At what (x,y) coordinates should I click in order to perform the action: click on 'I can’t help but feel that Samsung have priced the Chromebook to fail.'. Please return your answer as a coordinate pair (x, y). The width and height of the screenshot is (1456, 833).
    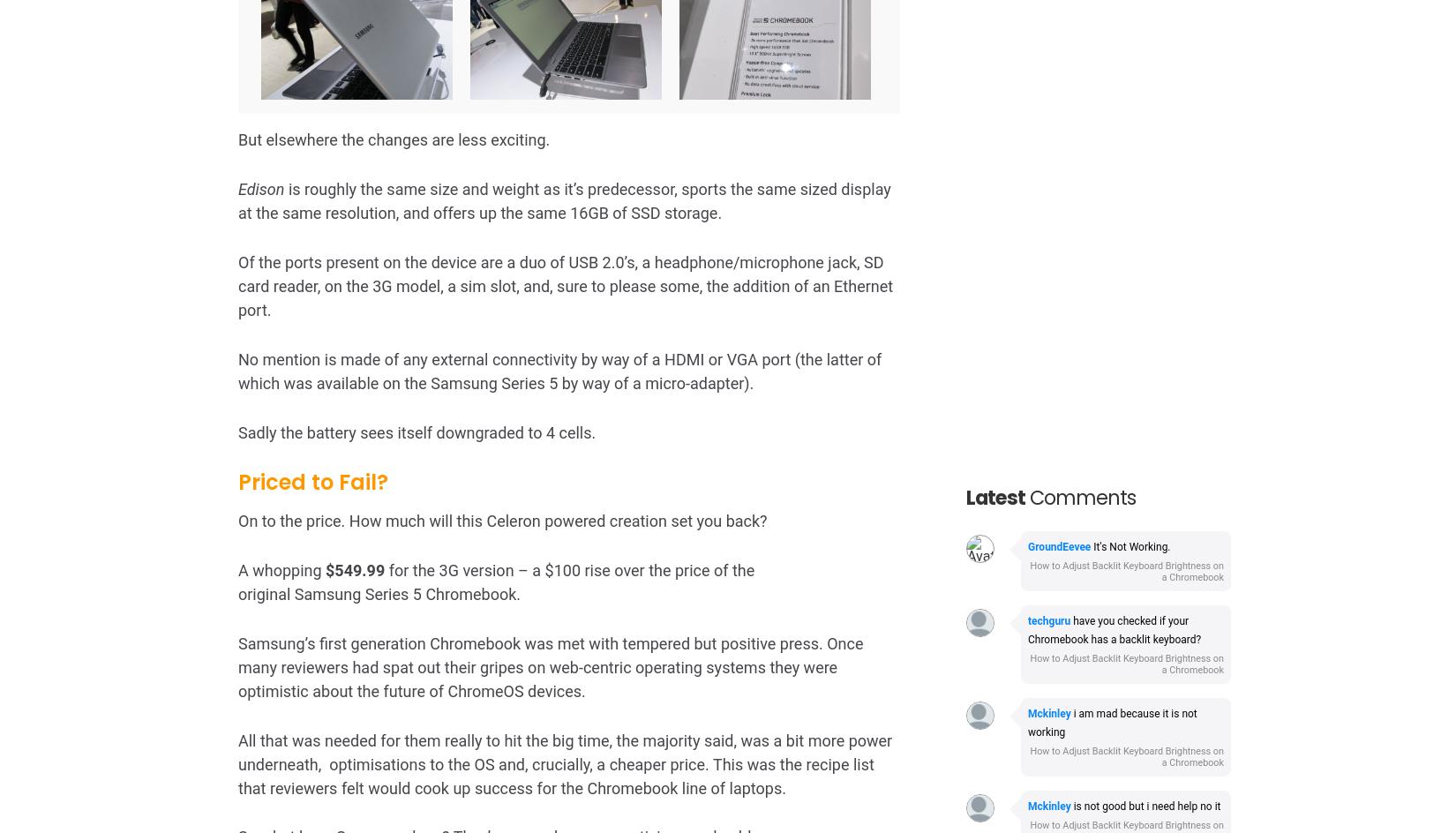
    Looking at the image, I should click on (481, 364).